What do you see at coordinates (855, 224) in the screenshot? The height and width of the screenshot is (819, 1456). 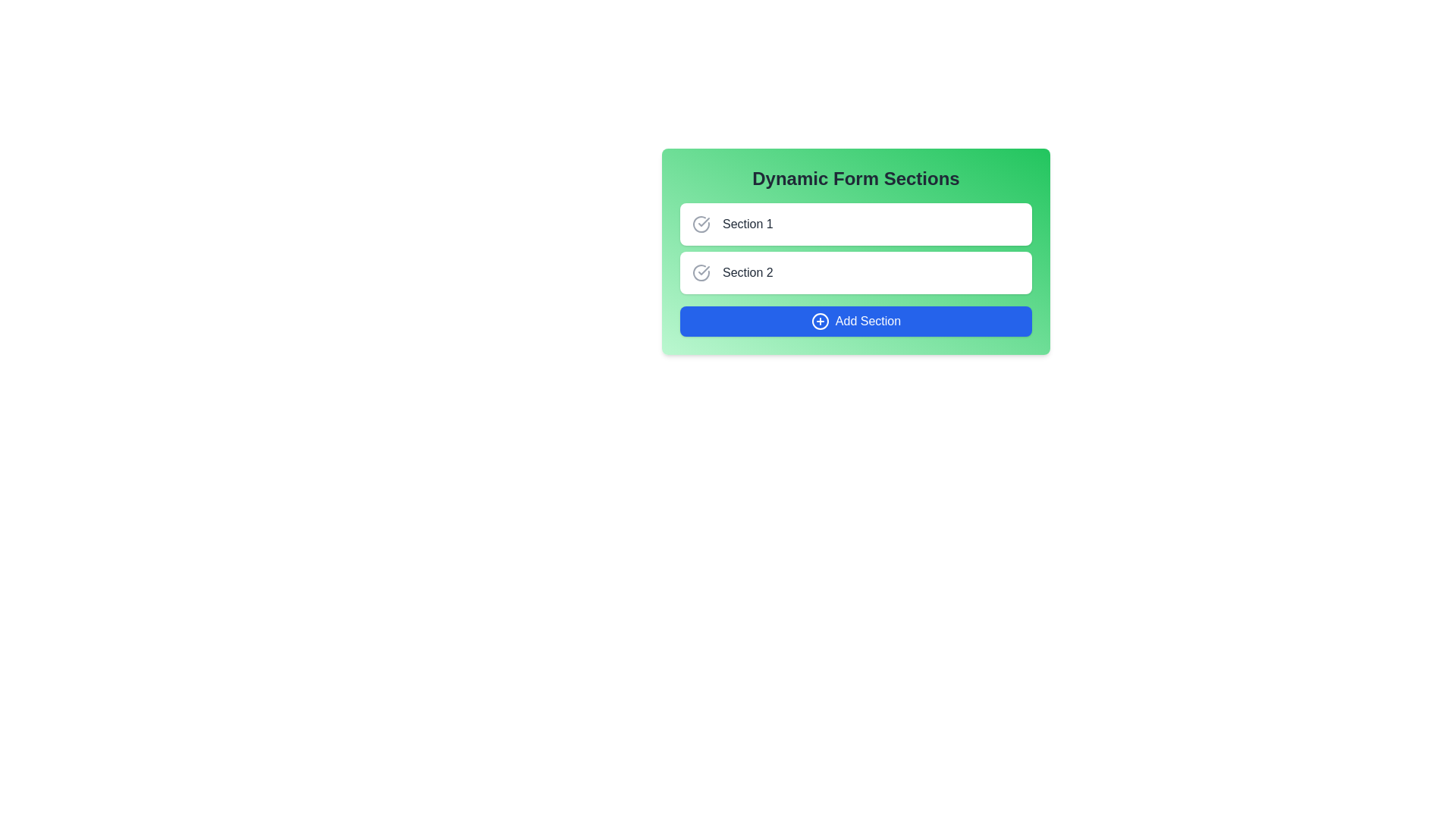 I see `the first clickable section within the 'Dynamic Form Sections' block for rearrangement` at bounding box center [855, 224].